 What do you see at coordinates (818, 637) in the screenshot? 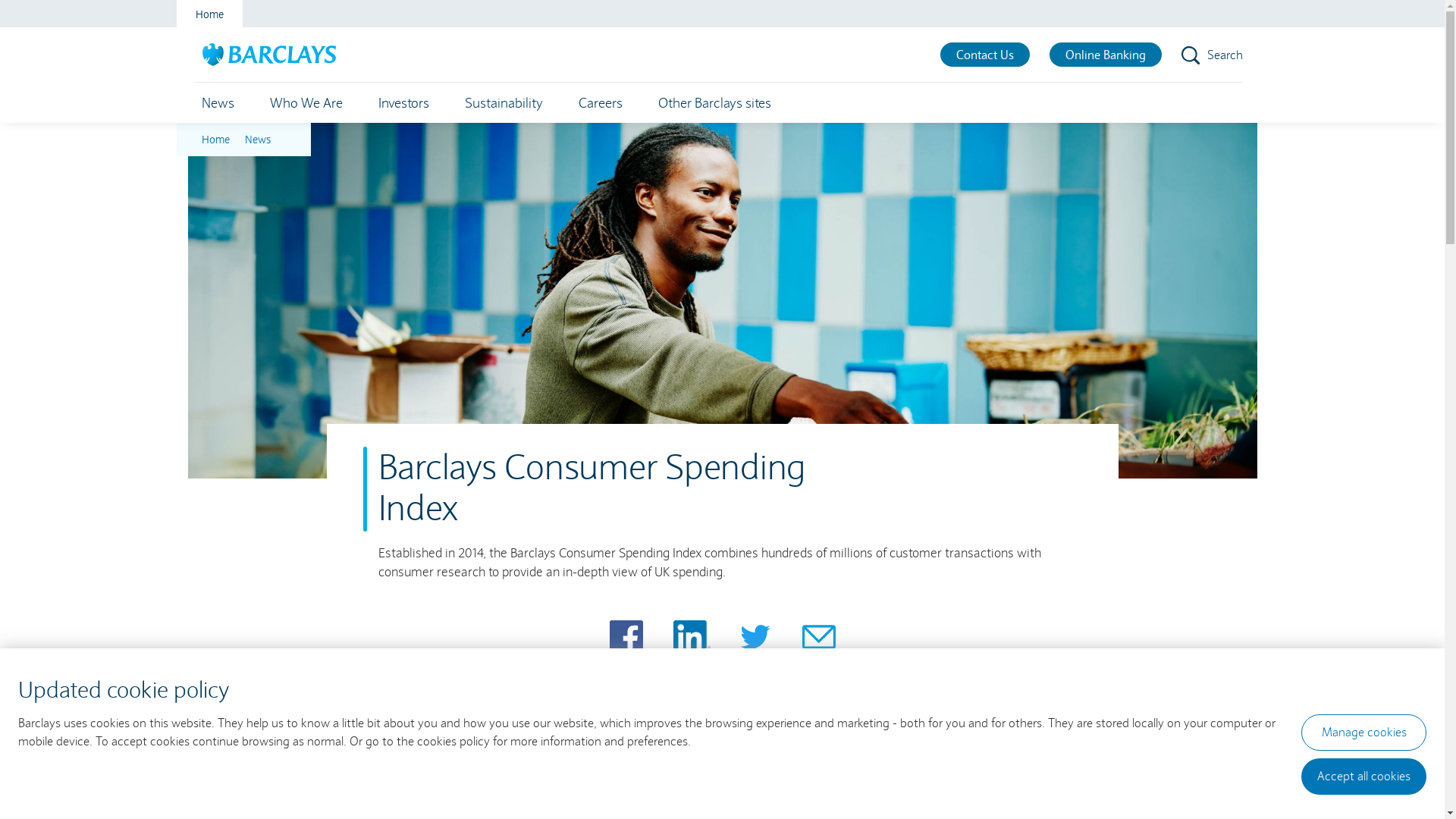
I see `'Share page via Email'` at bounding box center [818, 637].